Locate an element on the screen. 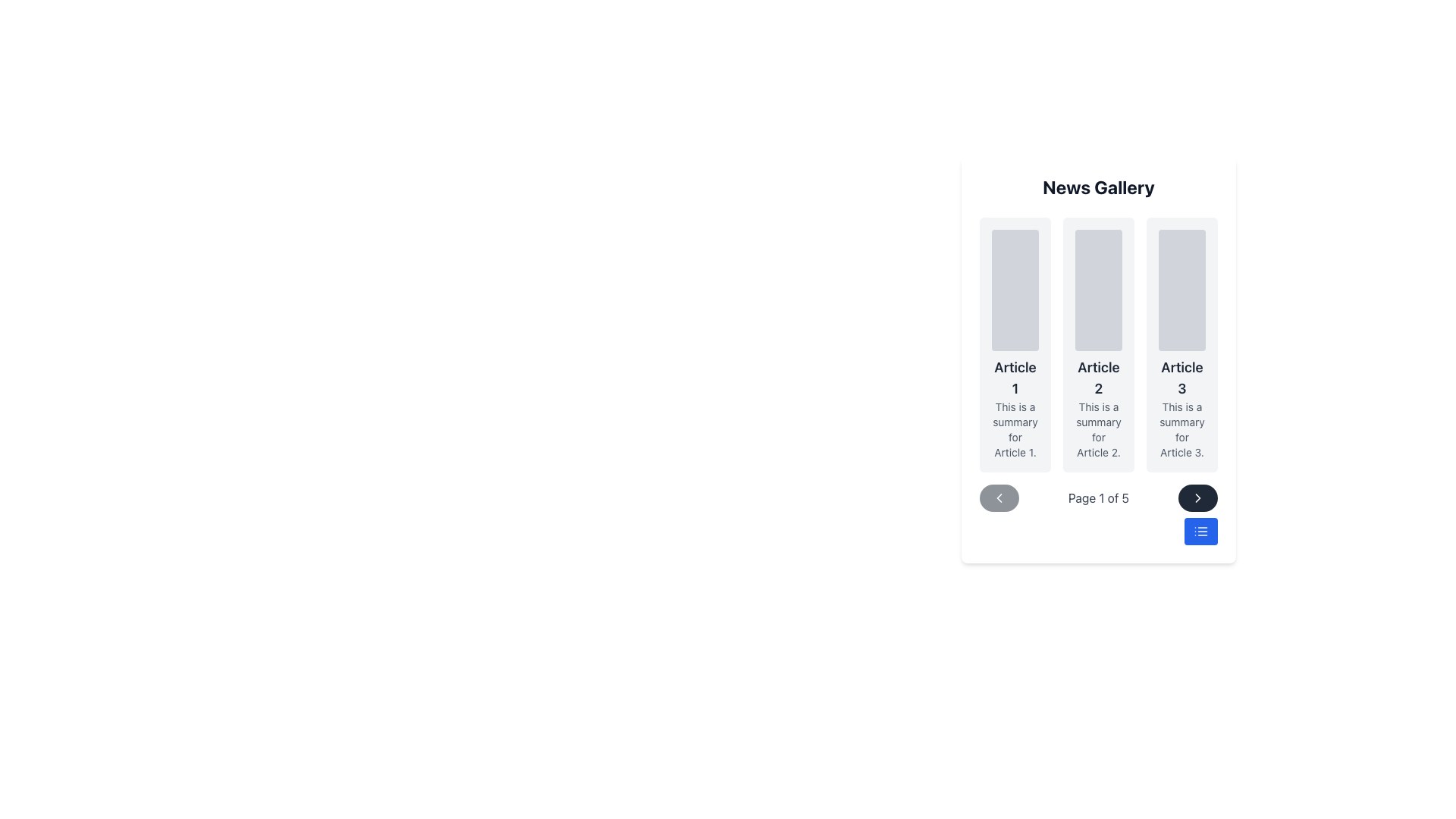  the compact list icon located inside the blue button at the lower right corner of the interface is located at coordinates (1200, 531).